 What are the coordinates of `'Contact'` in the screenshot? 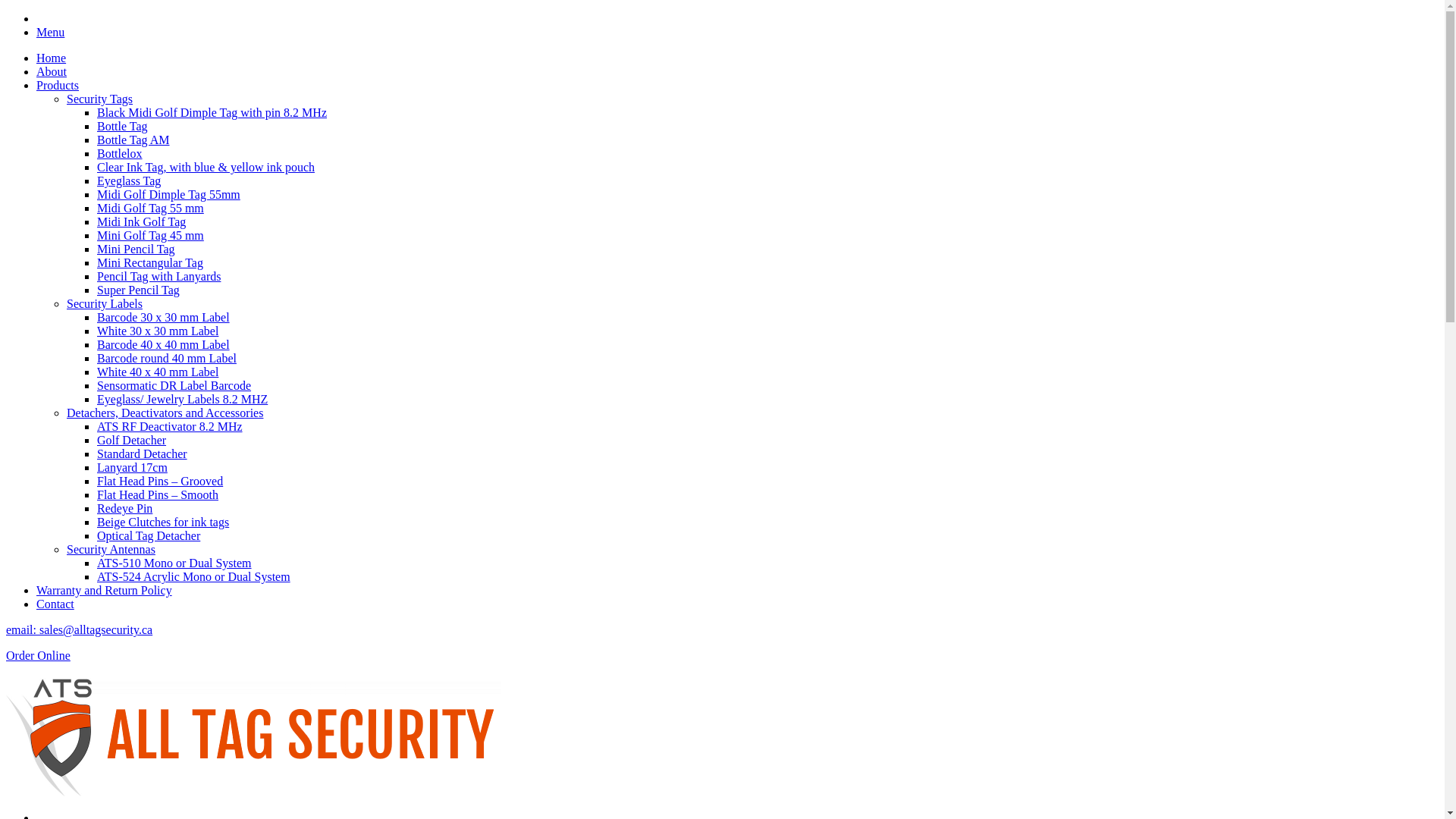 It's located at (55, 603).